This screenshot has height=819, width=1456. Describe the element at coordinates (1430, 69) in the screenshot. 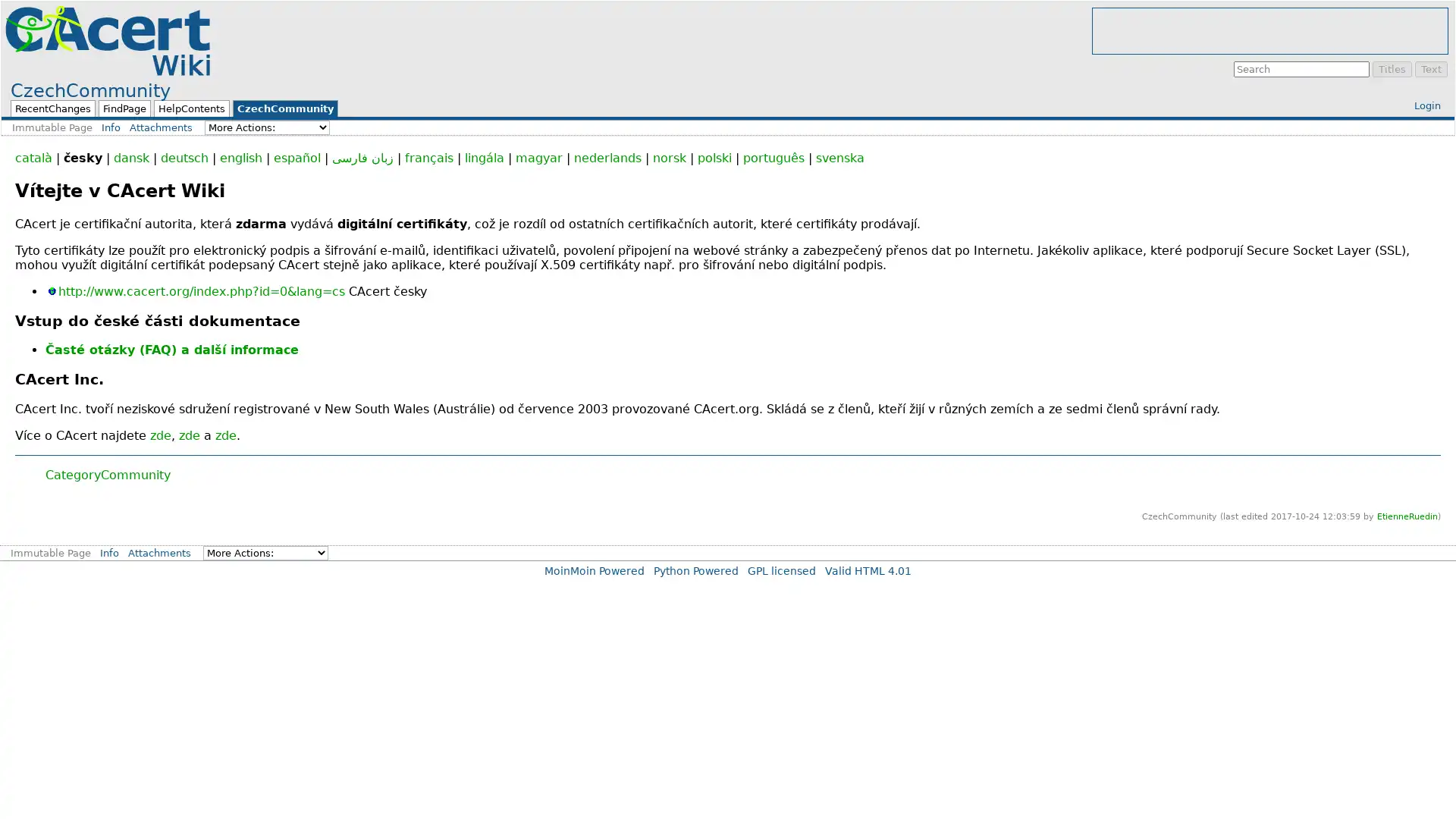

I see `Text` at that location.